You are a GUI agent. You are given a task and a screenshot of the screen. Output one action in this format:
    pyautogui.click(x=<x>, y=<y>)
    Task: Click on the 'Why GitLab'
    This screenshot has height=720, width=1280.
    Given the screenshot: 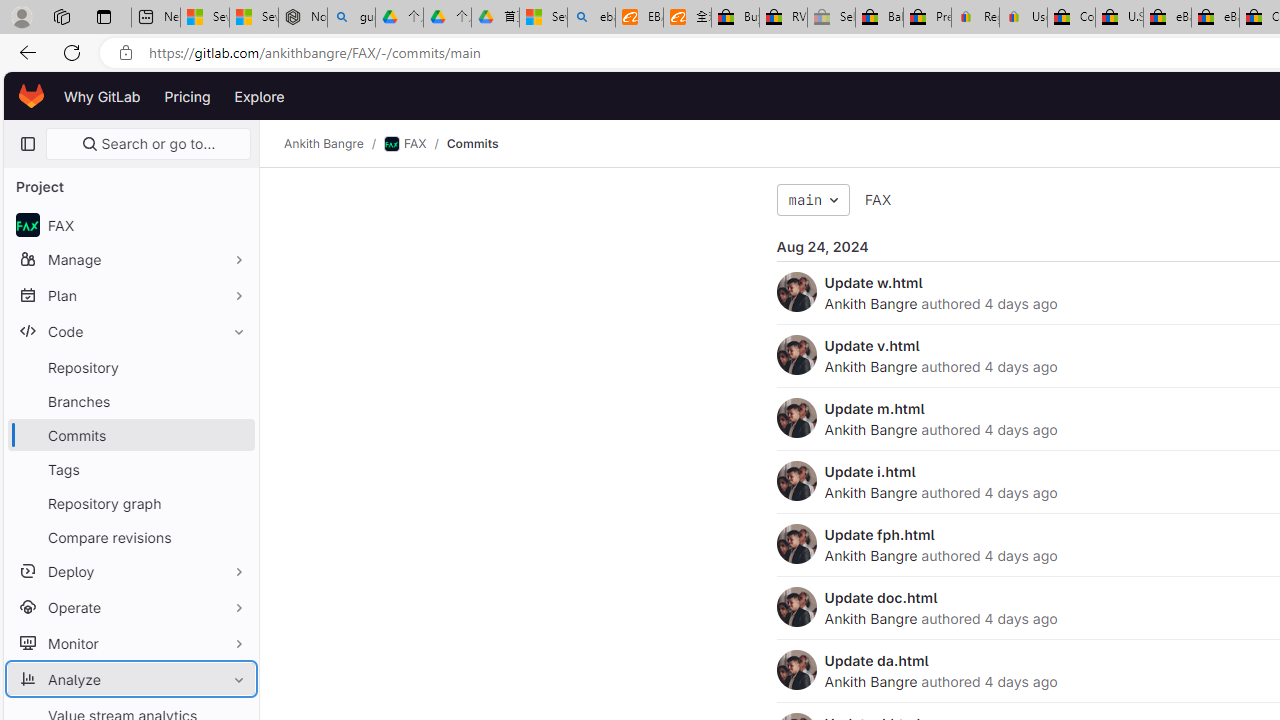 What is the action you would take?
    pyautogui.click(x=101, y=96)
    